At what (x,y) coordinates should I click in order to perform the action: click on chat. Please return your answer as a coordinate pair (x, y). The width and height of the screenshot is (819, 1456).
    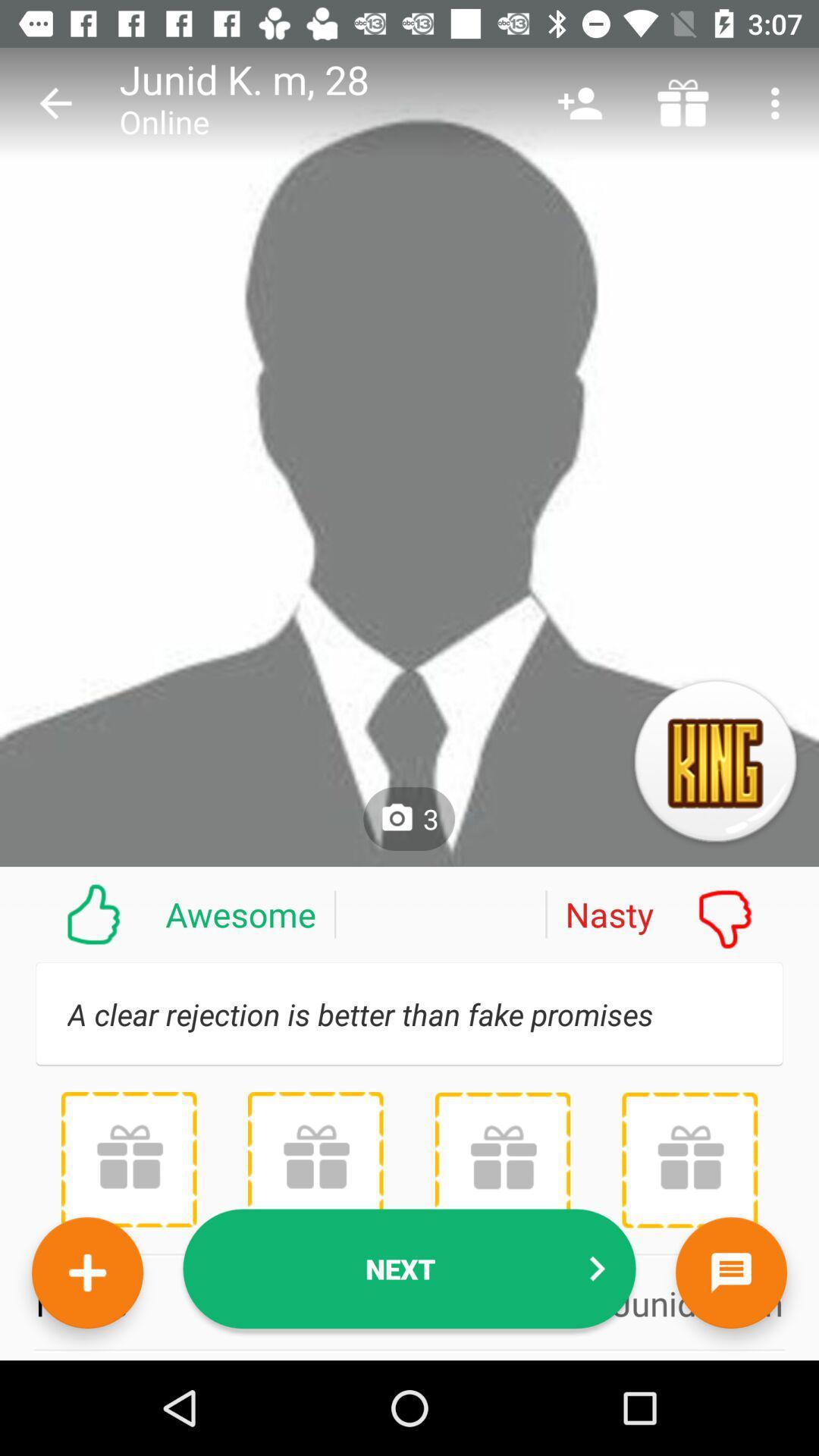
    Looking at the image, I should click on (730, 1272).